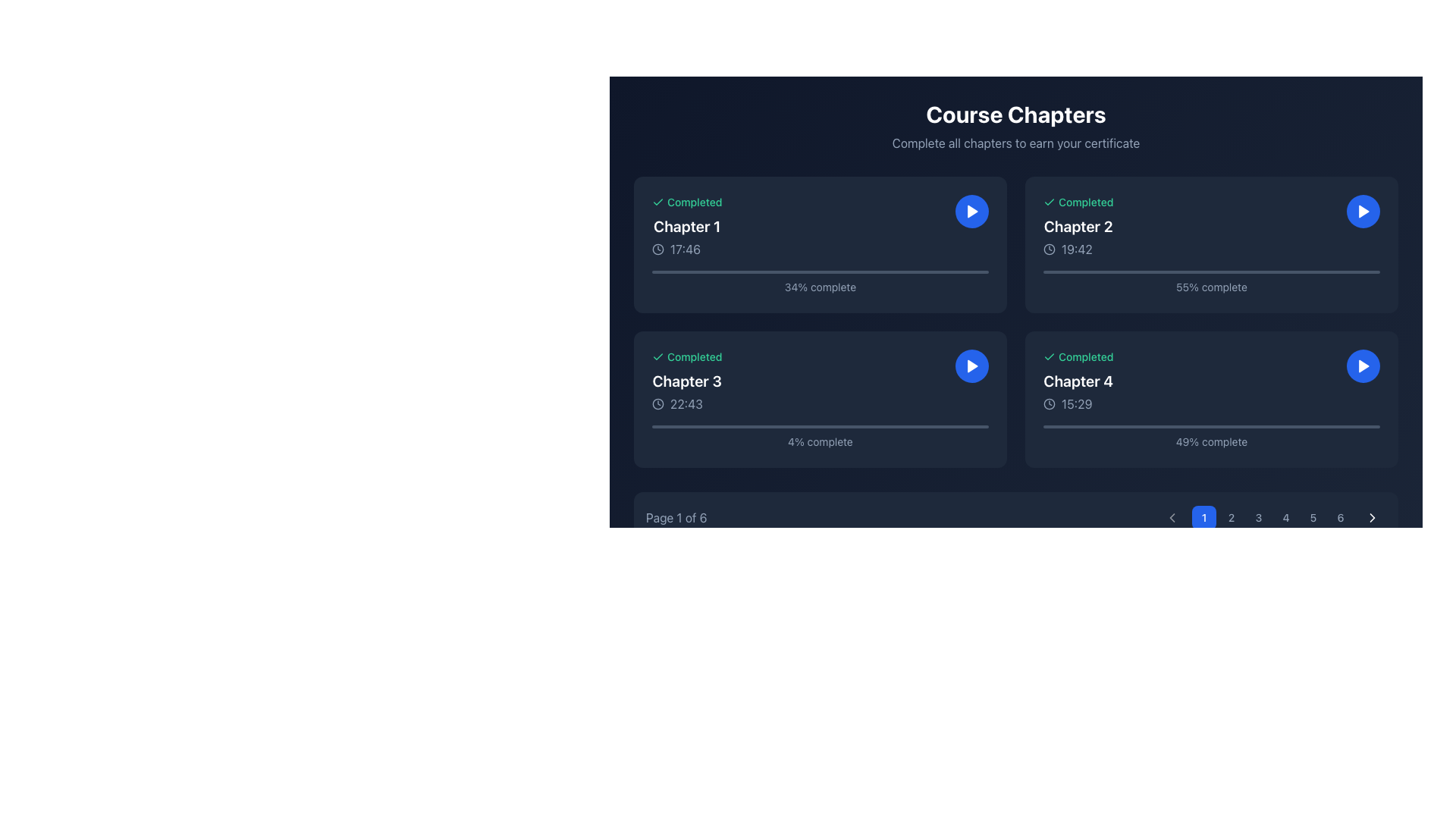  Describe the element at coordinates (676, 516) in the screenshot. I see `the text display showing 'Page 1 of 6', which is styled in light gray text against a dark background and located at the bottom-left corner of the interface` at that location.